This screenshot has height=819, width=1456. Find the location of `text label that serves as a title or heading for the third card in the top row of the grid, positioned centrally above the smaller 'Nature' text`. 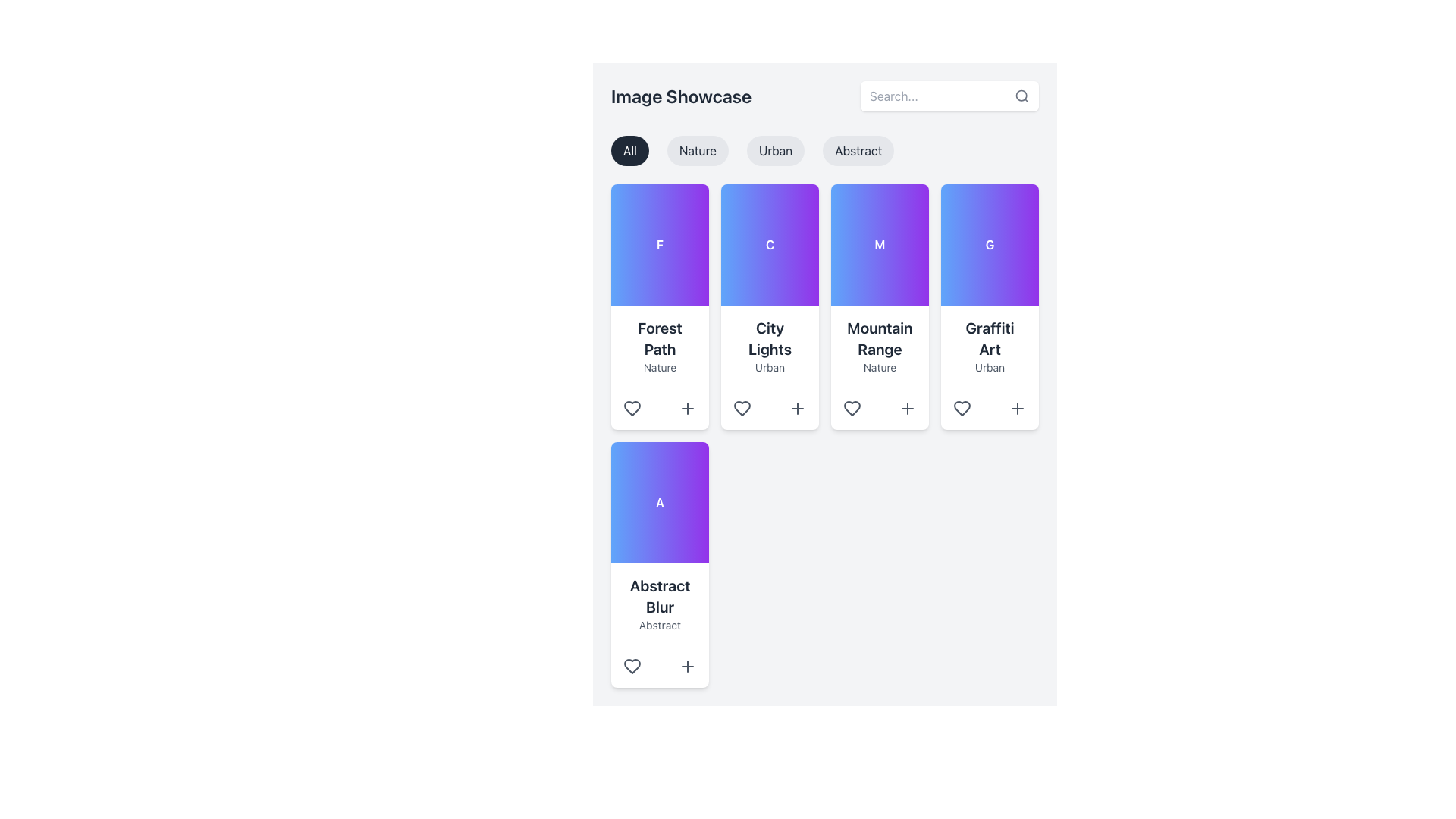

text label that serves as a title or heading for the third card in the top row of the grid, positioned centrally above the smaller 'Nature' text is located at coordinates (880, 338).